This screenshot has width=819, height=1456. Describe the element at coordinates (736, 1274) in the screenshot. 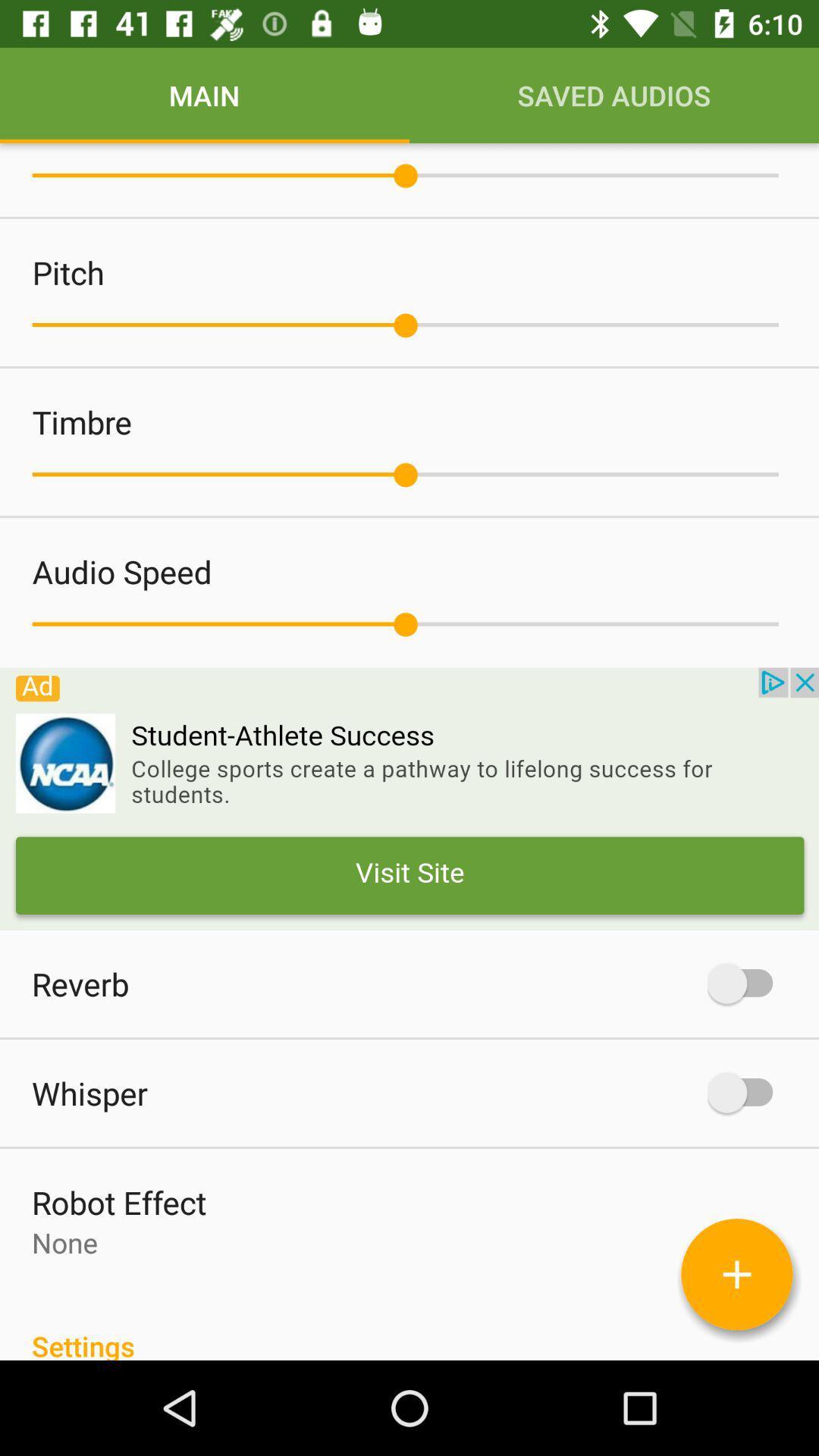

I see `more` at that location.